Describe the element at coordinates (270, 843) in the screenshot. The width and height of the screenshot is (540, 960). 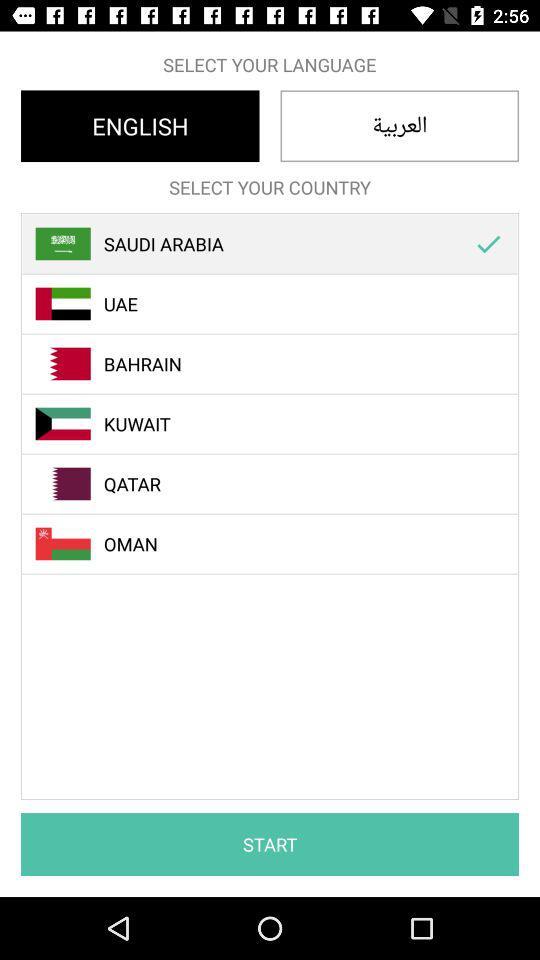
I see `start icon` at that location.